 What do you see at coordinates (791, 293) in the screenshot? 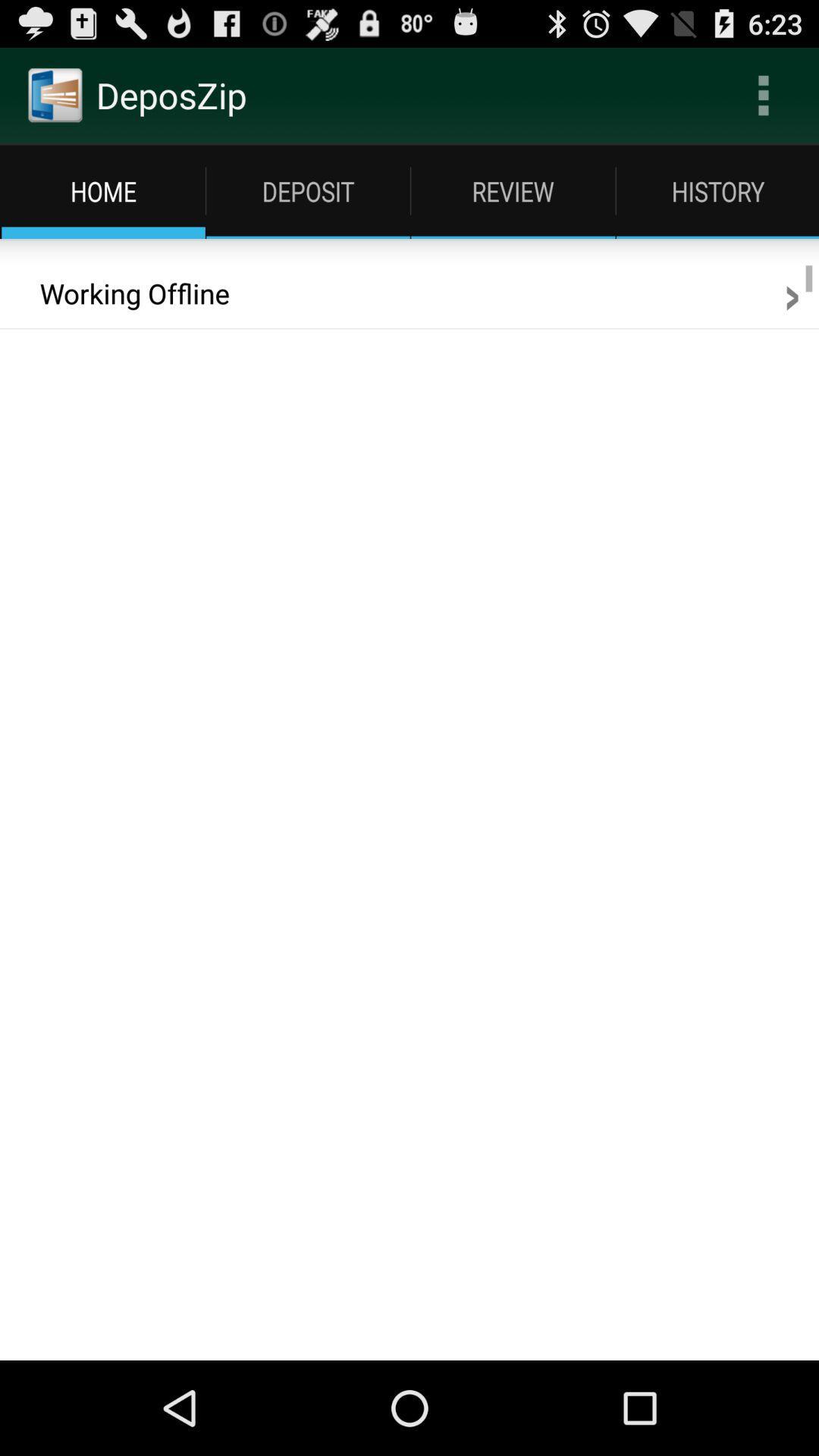
I see `item to the right of the working offline app` at bounding box center [791, 293].